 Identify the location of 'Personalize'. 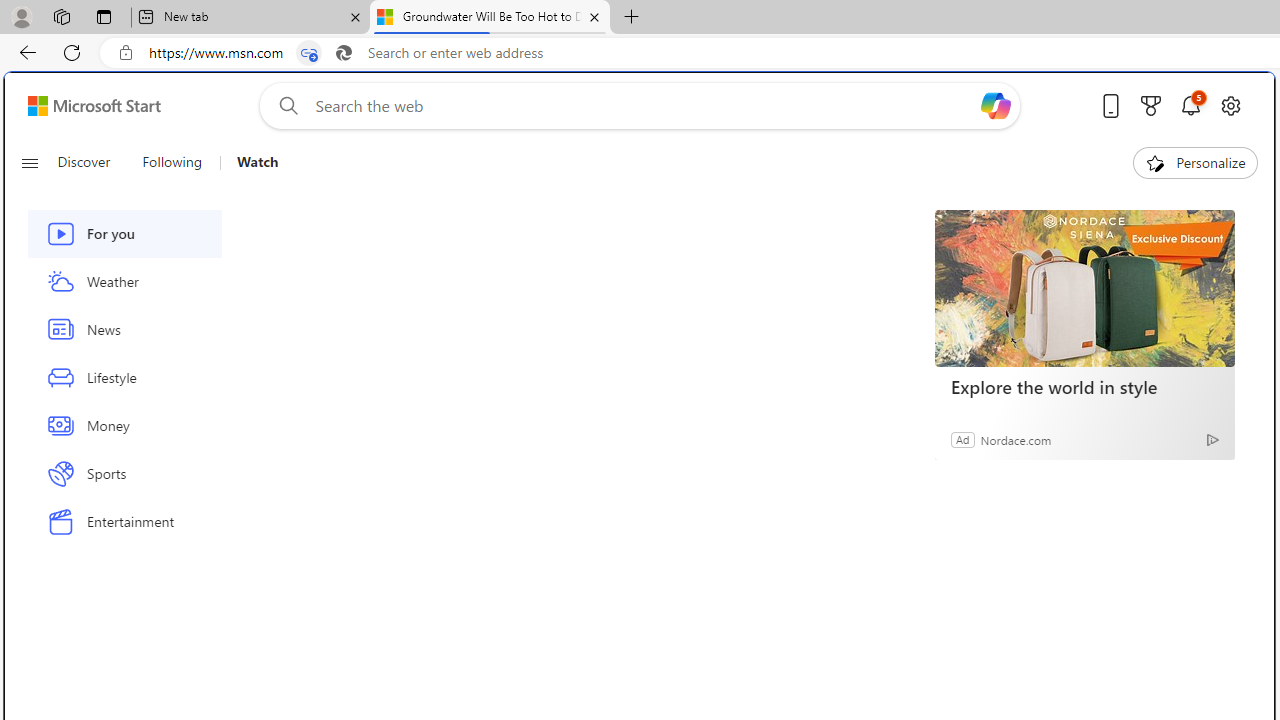
(1195, 162).